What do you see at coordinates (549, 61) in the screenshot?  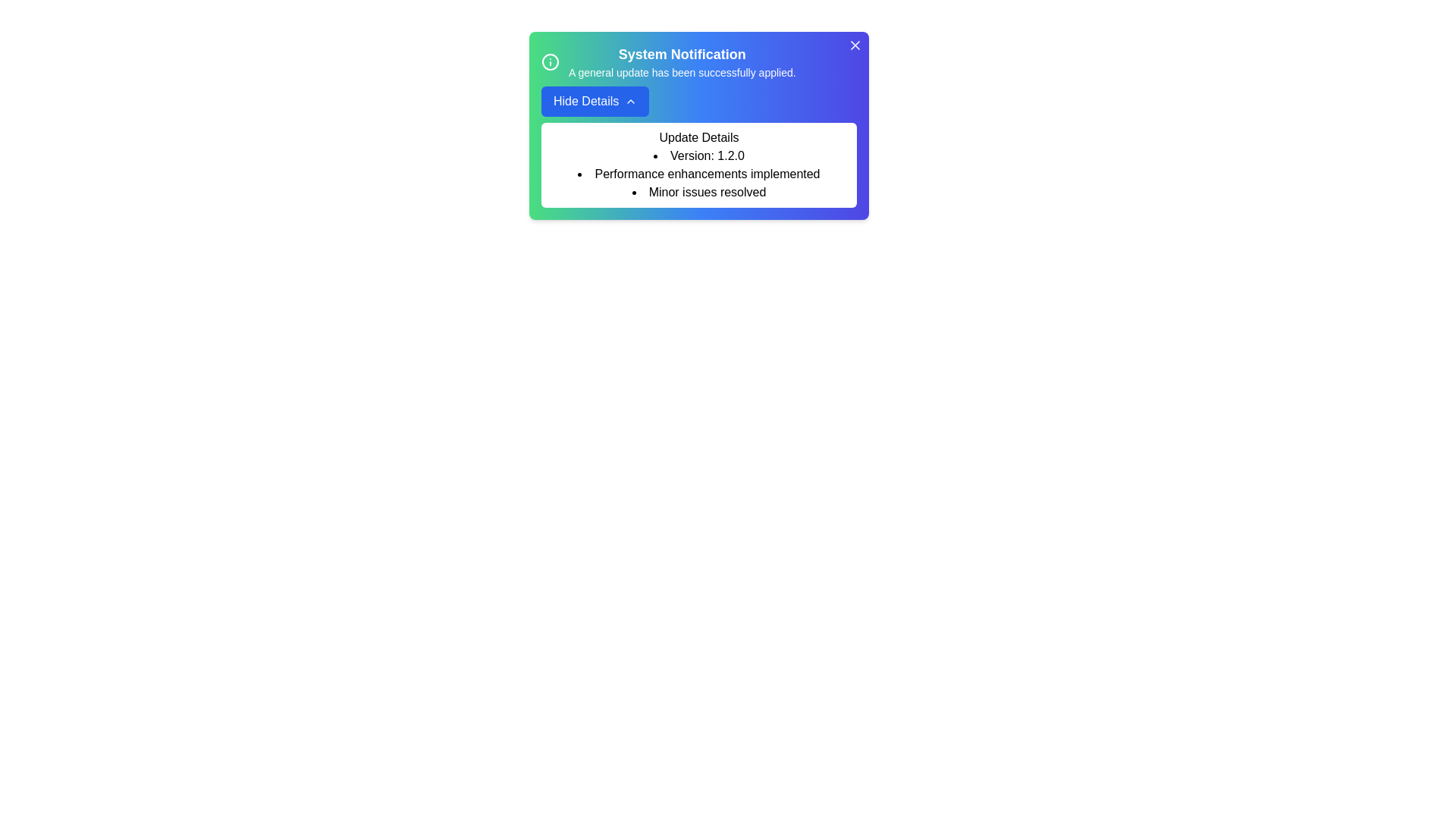 I see `the info icon to perform its associated action` at bounding box center [549, 61].